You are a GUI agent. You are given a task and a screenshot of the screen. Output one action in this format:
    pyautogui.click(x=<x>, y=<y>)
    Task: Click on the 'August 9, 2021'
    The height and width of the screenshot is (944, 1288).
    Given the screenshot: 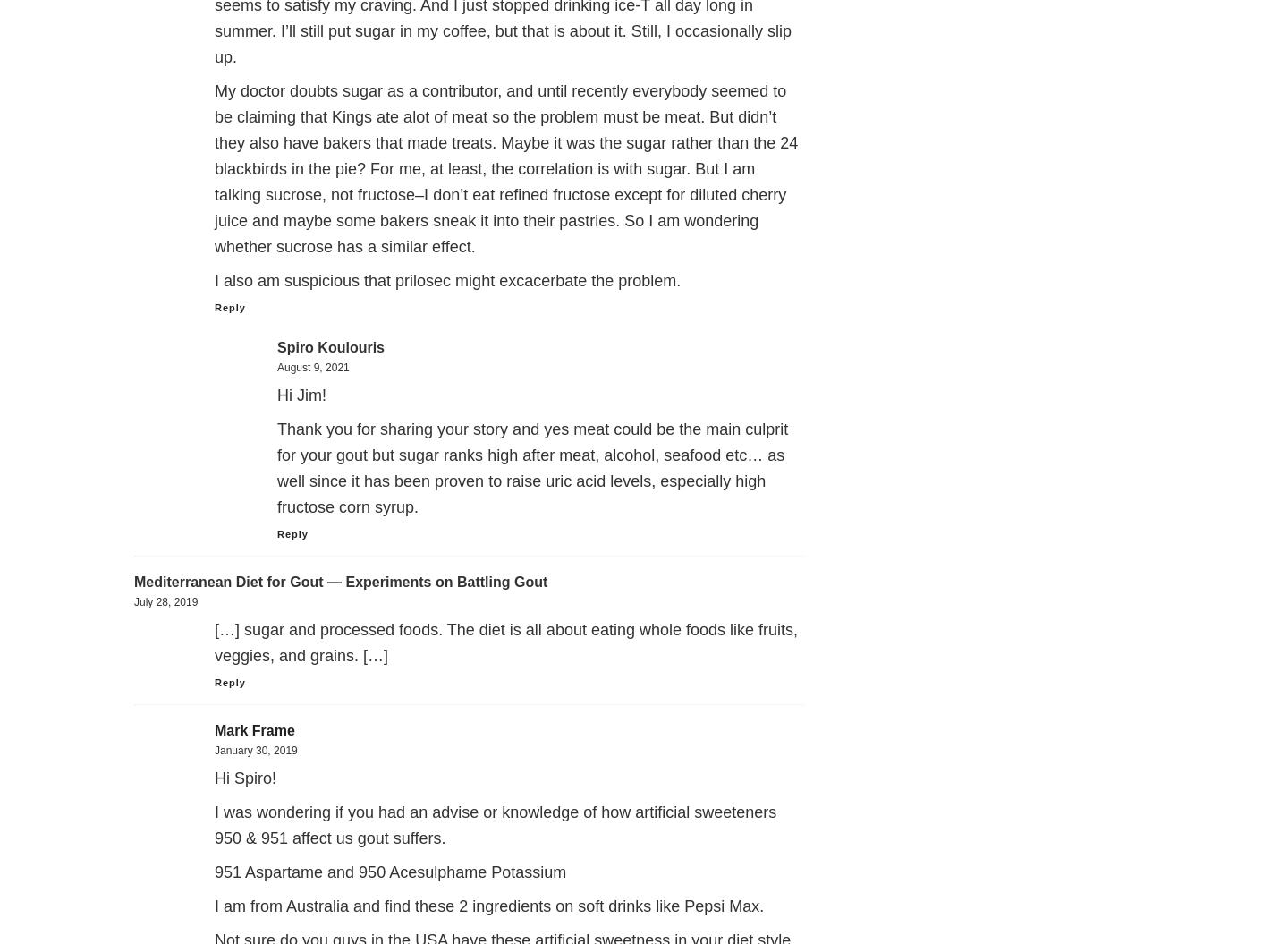 What is the action you would take?
    pyautogui.click(x=313, y=367)
    